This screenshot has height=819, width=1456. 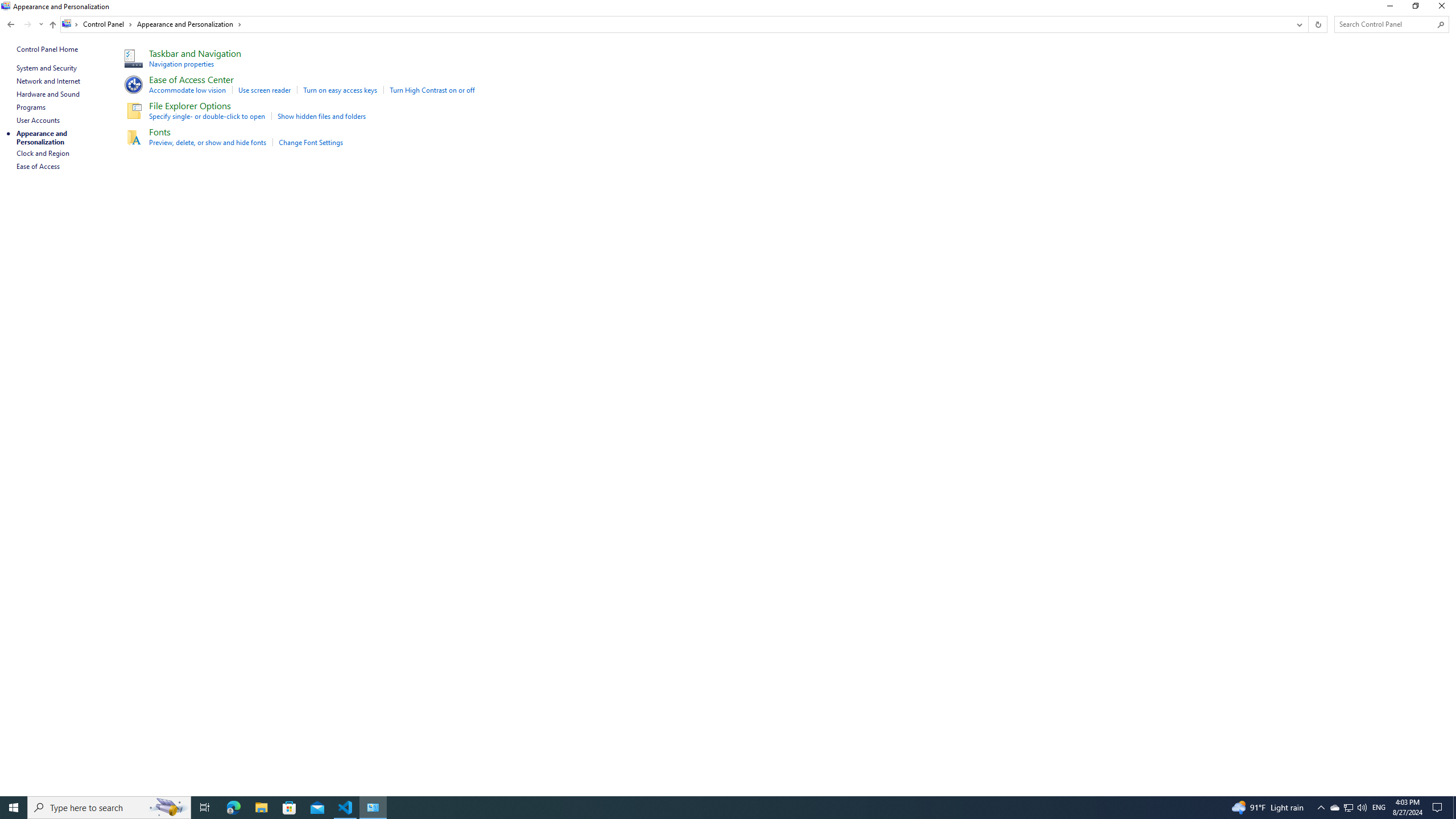 What do you see at coordinates (432, 89) in the screenshot?
I see `'Turn High Contrast on or off'` at bounding box center [432, 89].